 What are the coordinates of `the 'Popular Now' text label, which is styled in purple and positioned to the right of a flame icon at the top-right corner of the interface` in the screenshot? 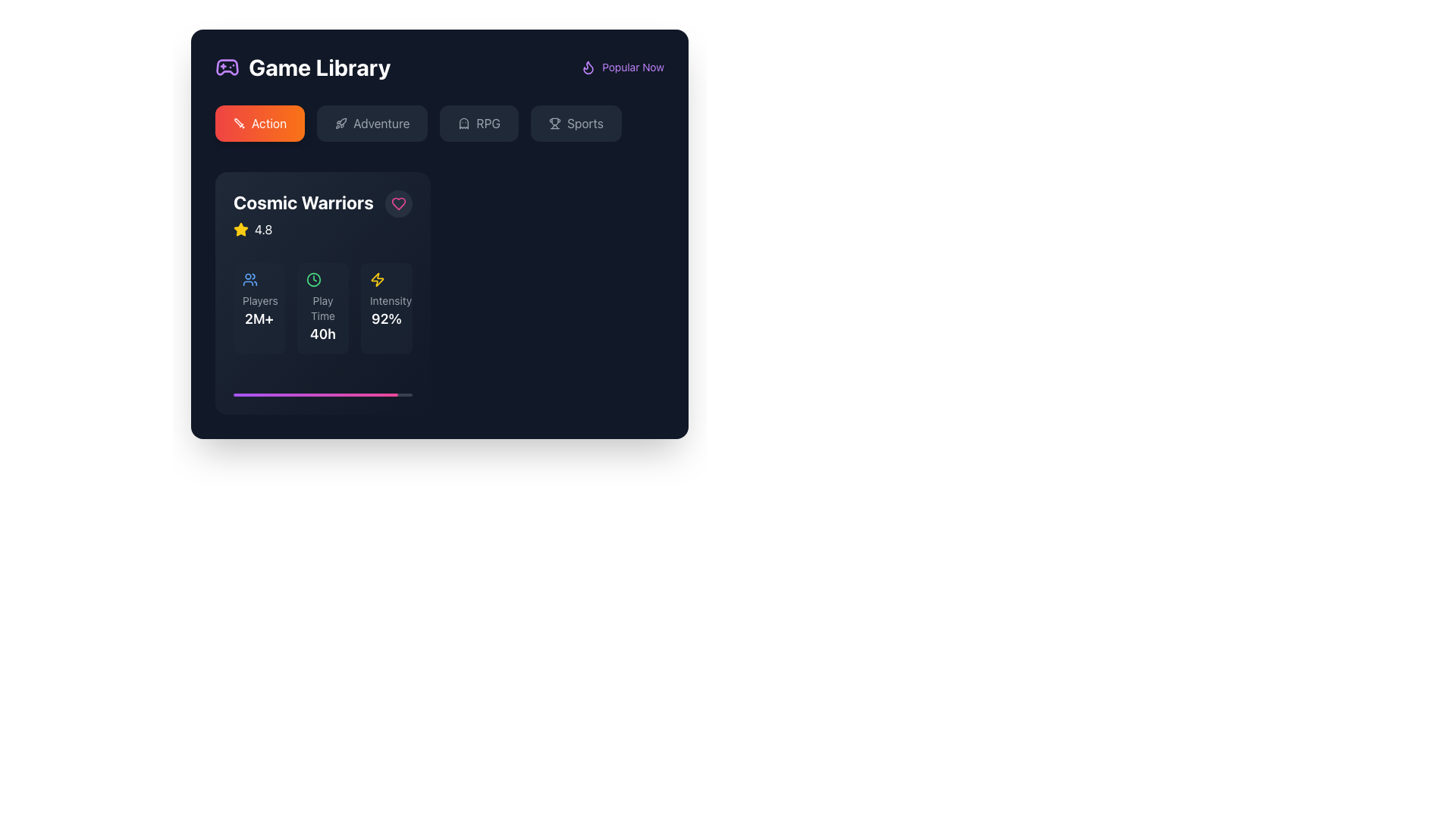 It's located at (633, 66).